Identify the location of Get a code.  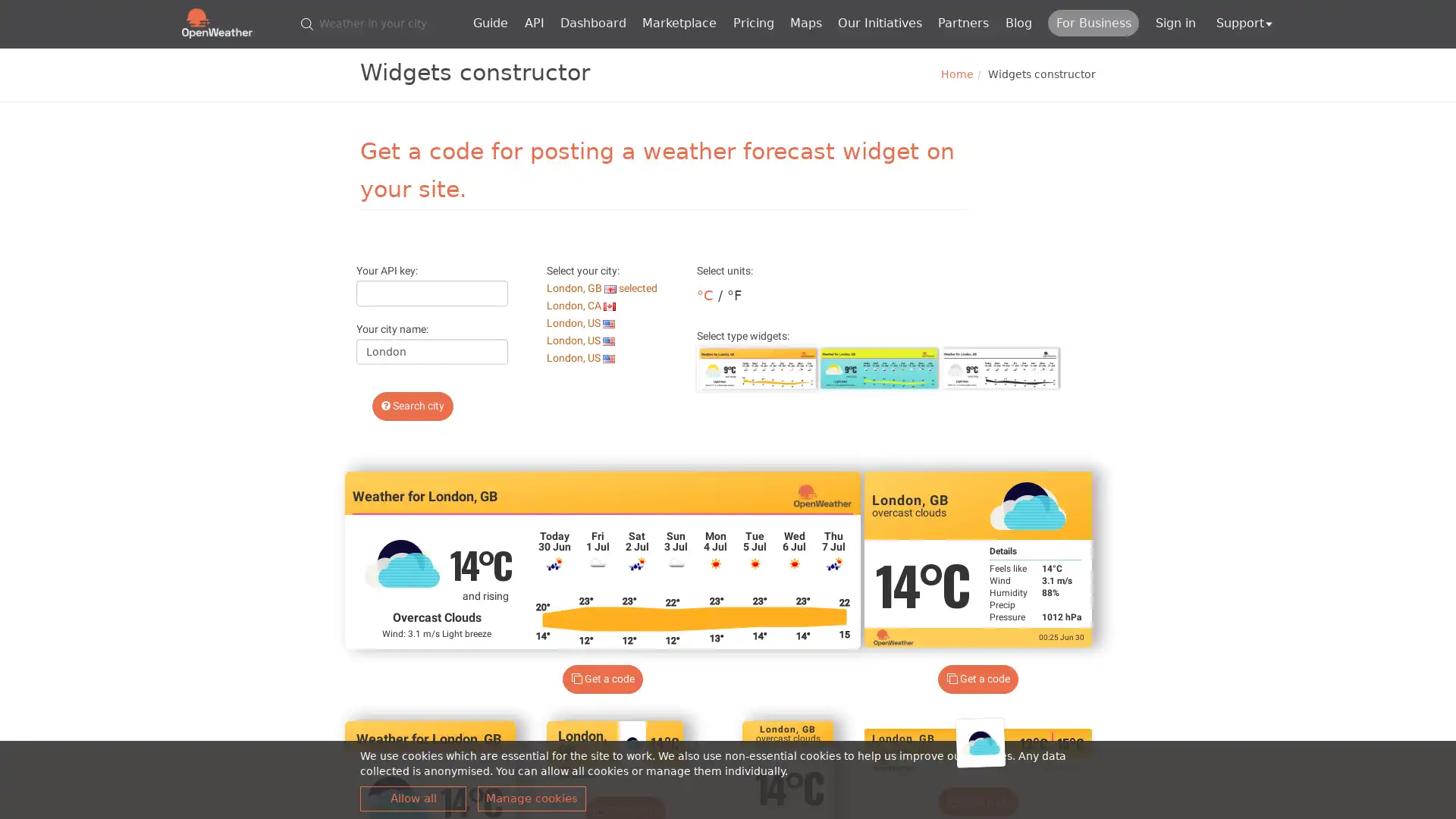
(977, 801).